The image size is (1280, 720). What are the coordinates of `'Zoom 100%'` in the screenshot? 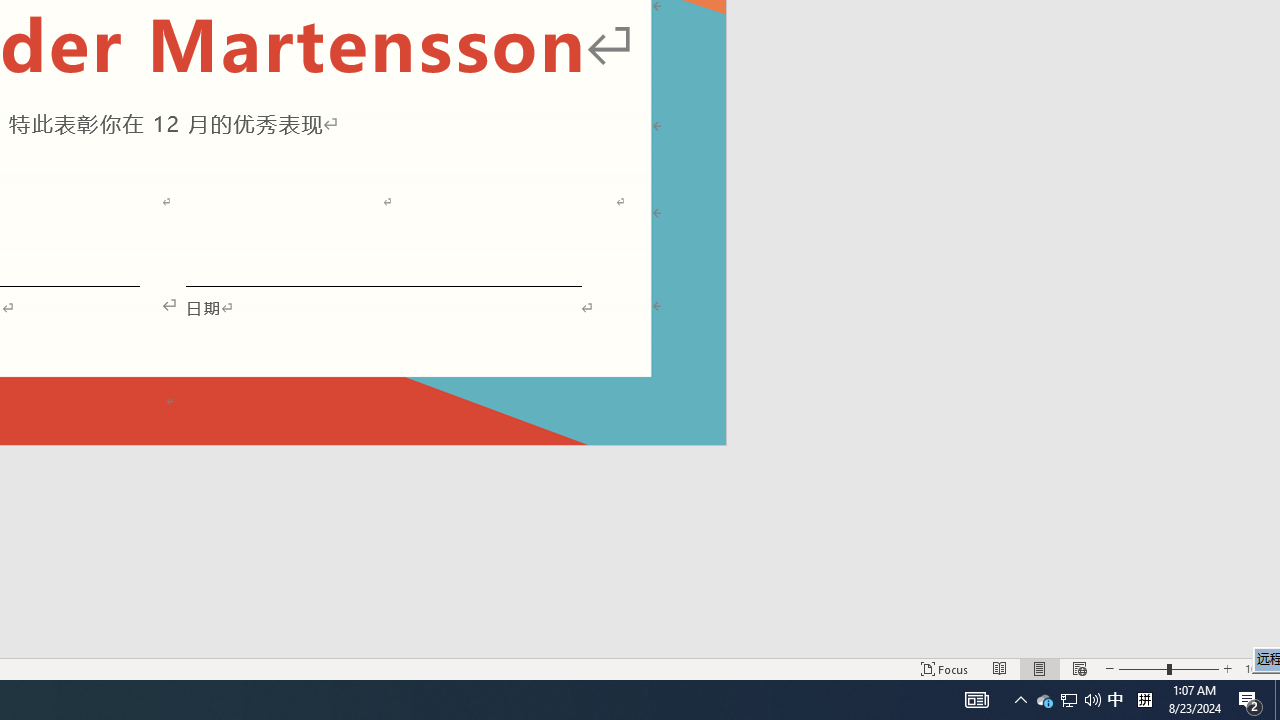 It's located at (1257, 669).